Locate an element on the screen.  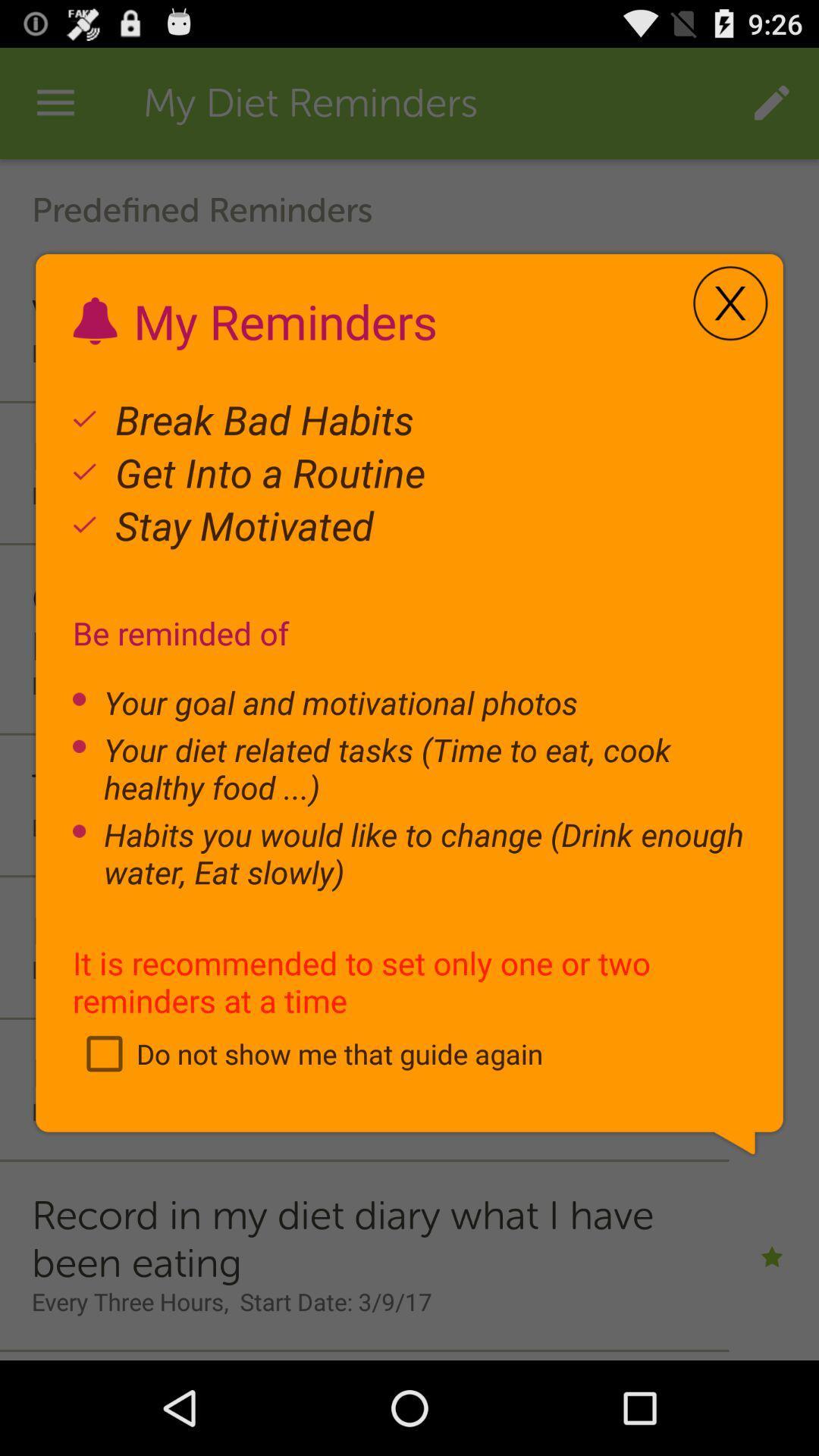
the icon below it is recommended icon is located at coordinates (307, 1053).